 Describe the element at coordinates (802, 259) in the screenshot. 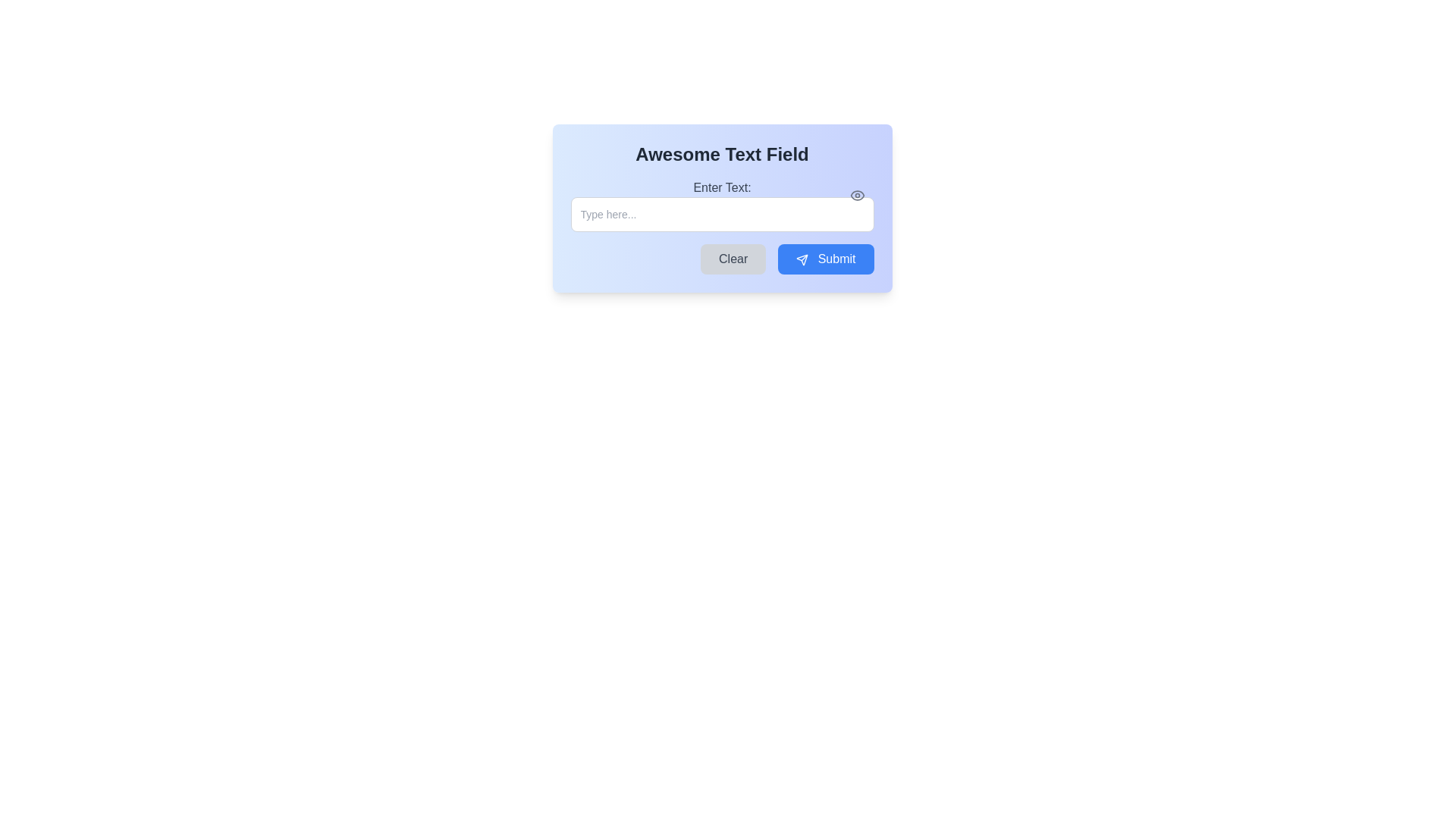

I see `the 'Submit' button that contains a small triangular paper plane icon, located at the bottom right of the interactive card` at that location.